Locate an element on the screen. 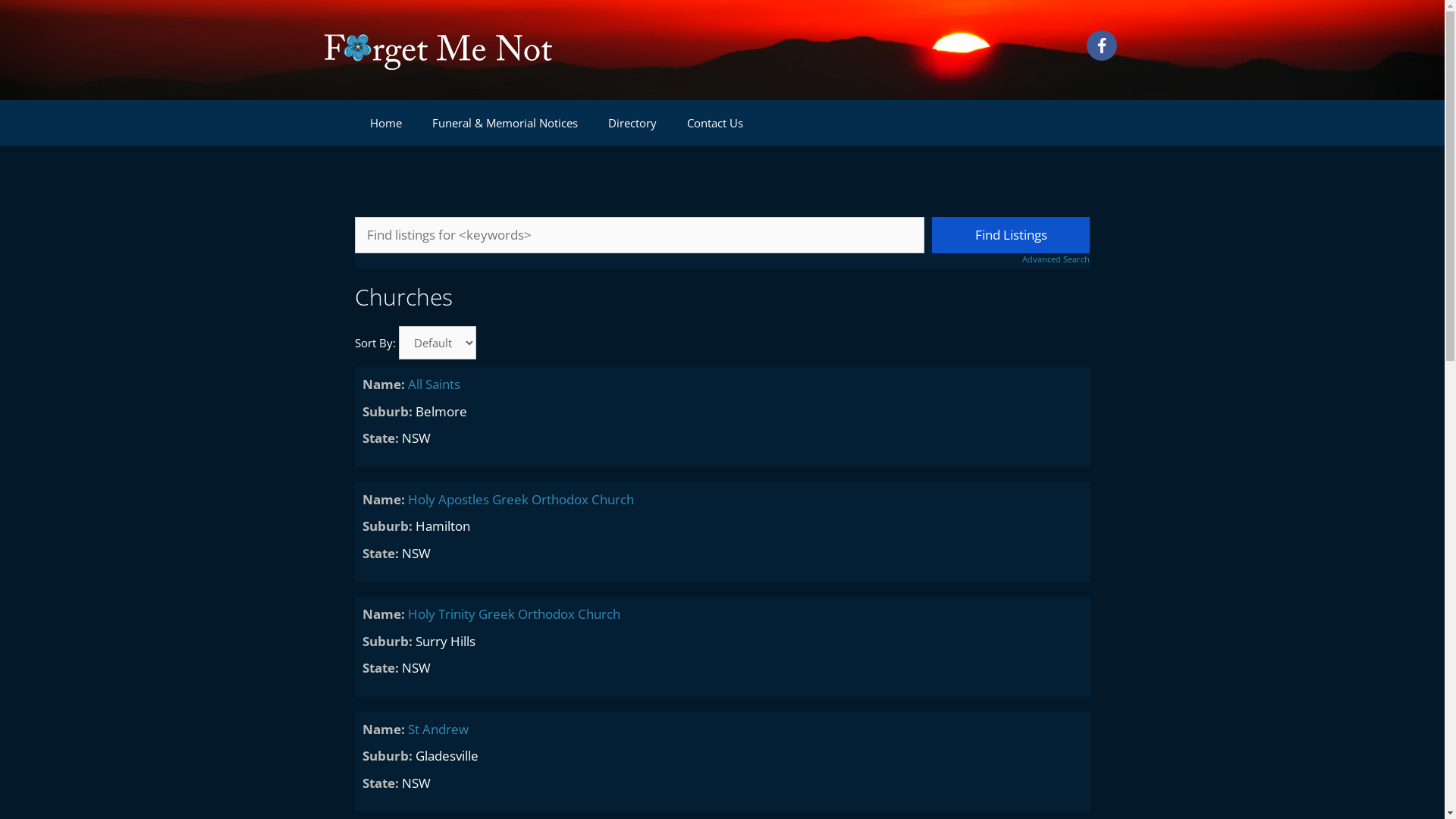 Image resolution: width=1456 pixels, height=819 pixels. 'Directory' is located at coordinates (632, 122).